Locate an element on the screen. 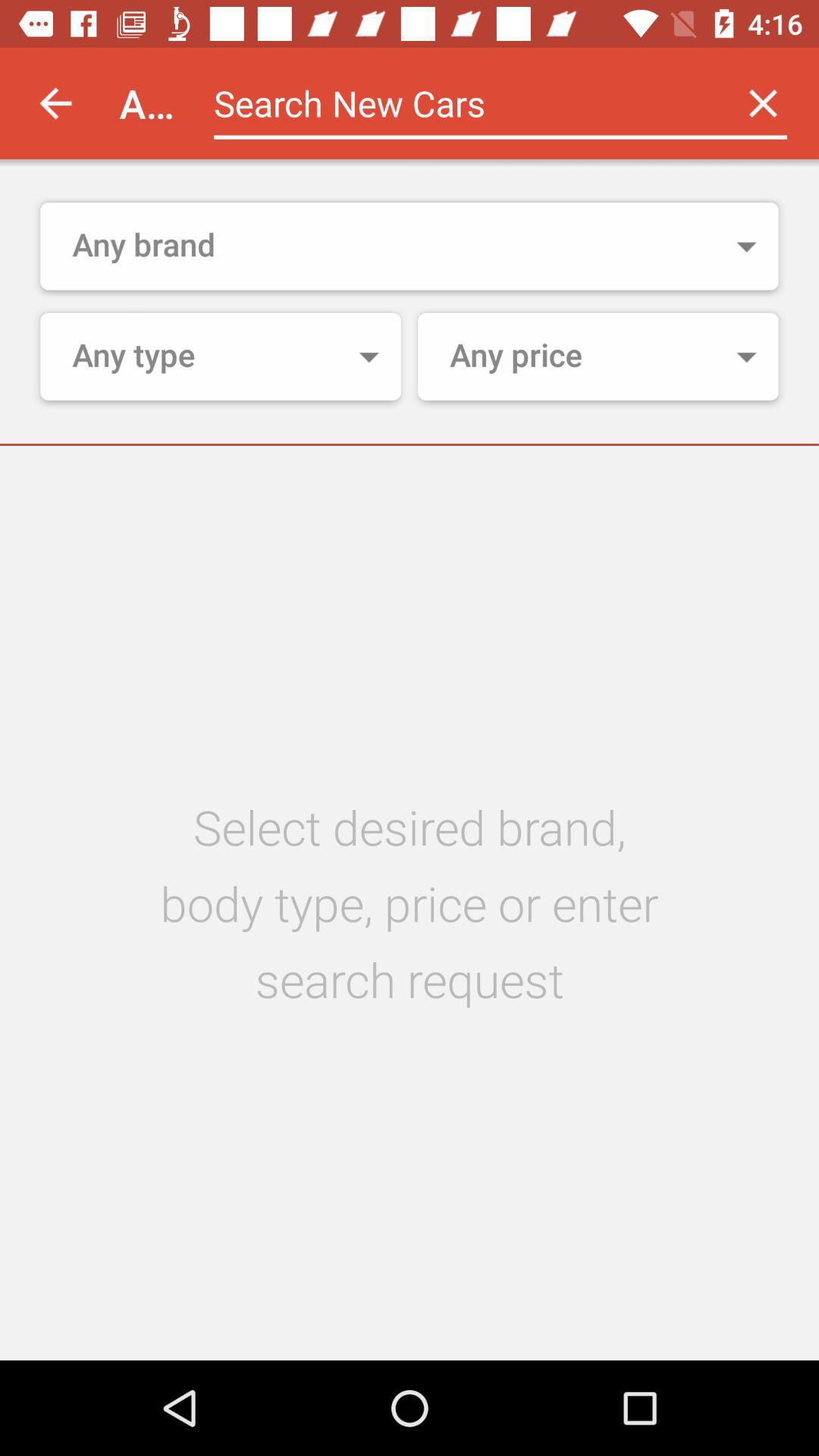  search new cars is located at coordinates (460, 102).